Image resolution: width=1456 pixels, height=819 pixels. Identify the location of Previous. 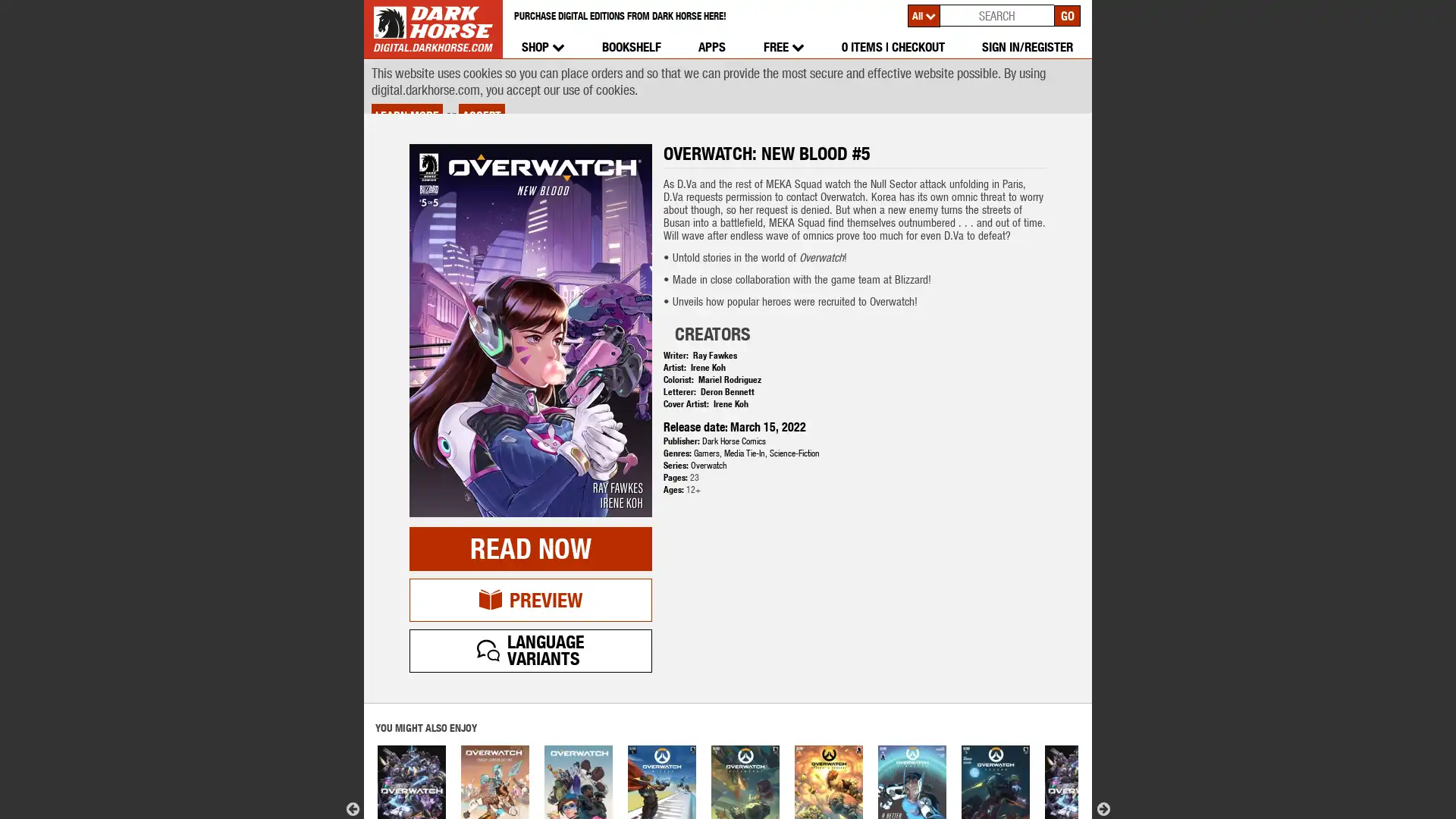
(352, 755).